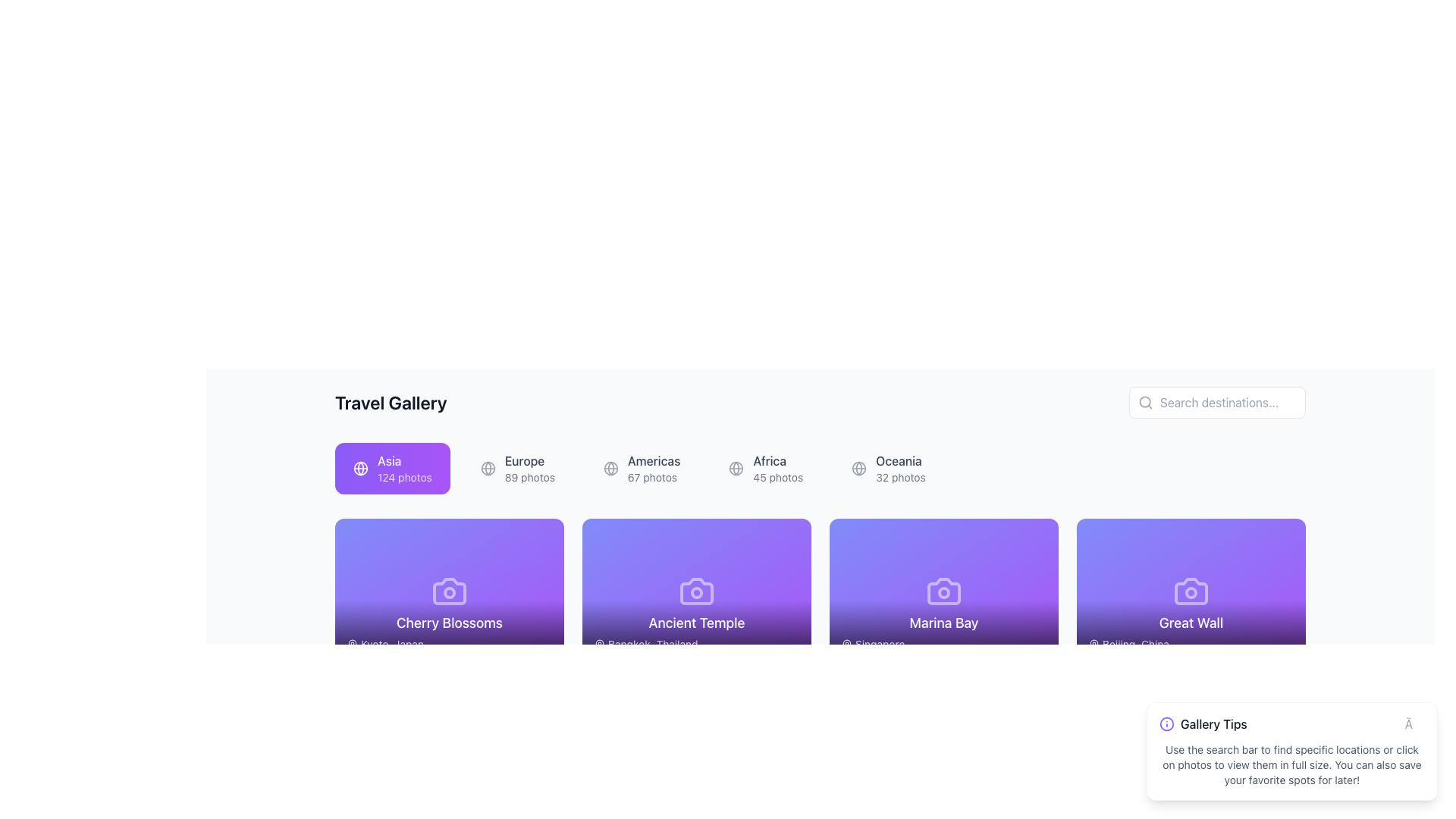 The height and width of the screenshot is (819, 1456). I want to click on the card labeled 'Ancient Temple' which has a white camera icon and is the second item in the first row of the grid layout, so click(695, 590).